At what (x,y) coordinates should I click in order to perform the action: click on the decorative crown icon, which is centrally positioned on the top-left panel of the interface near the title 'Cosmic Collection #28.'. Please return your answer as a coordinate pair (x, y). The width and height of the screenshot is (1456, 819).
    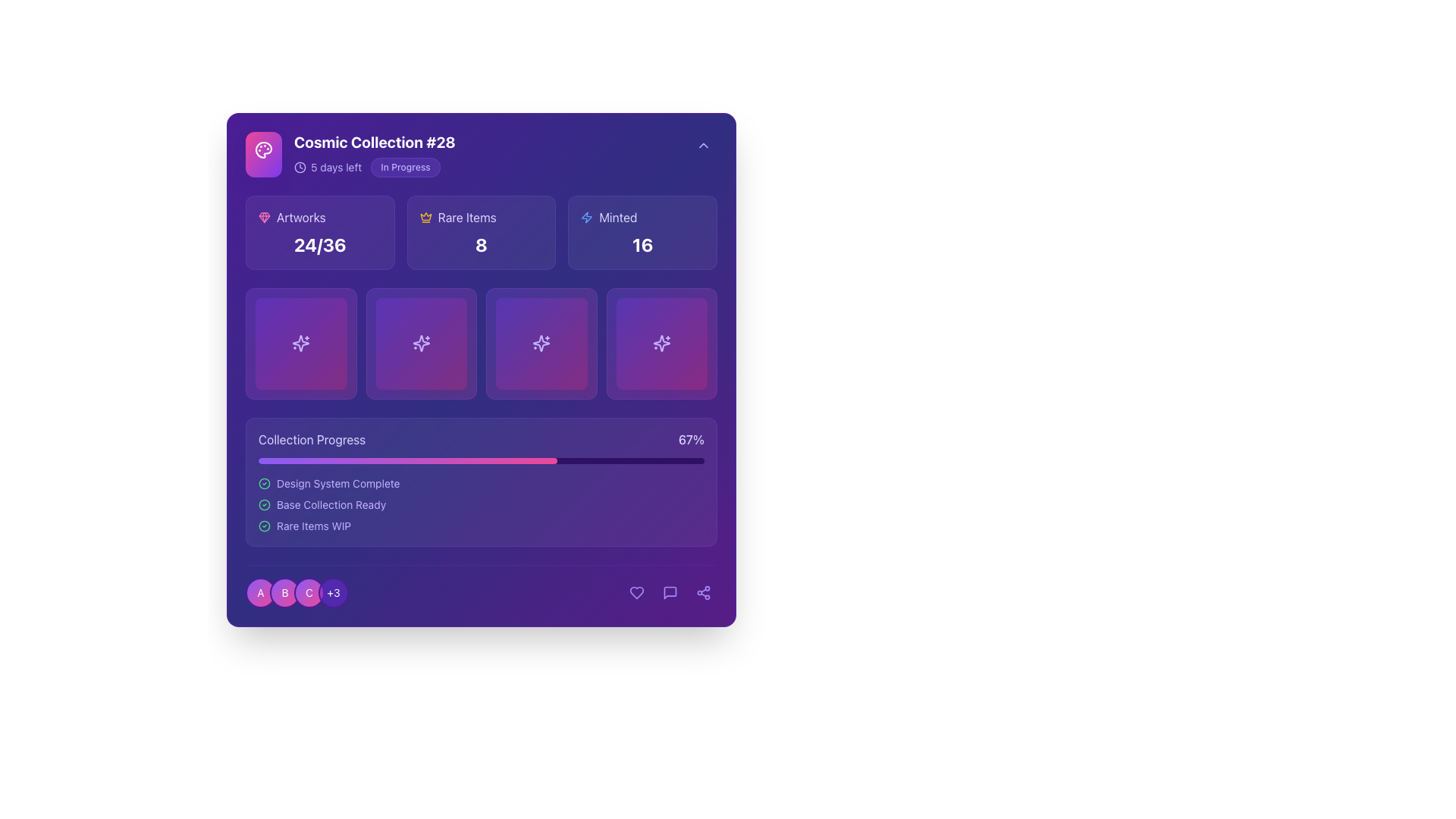
    Looking at the image, I should click on (425, 216).